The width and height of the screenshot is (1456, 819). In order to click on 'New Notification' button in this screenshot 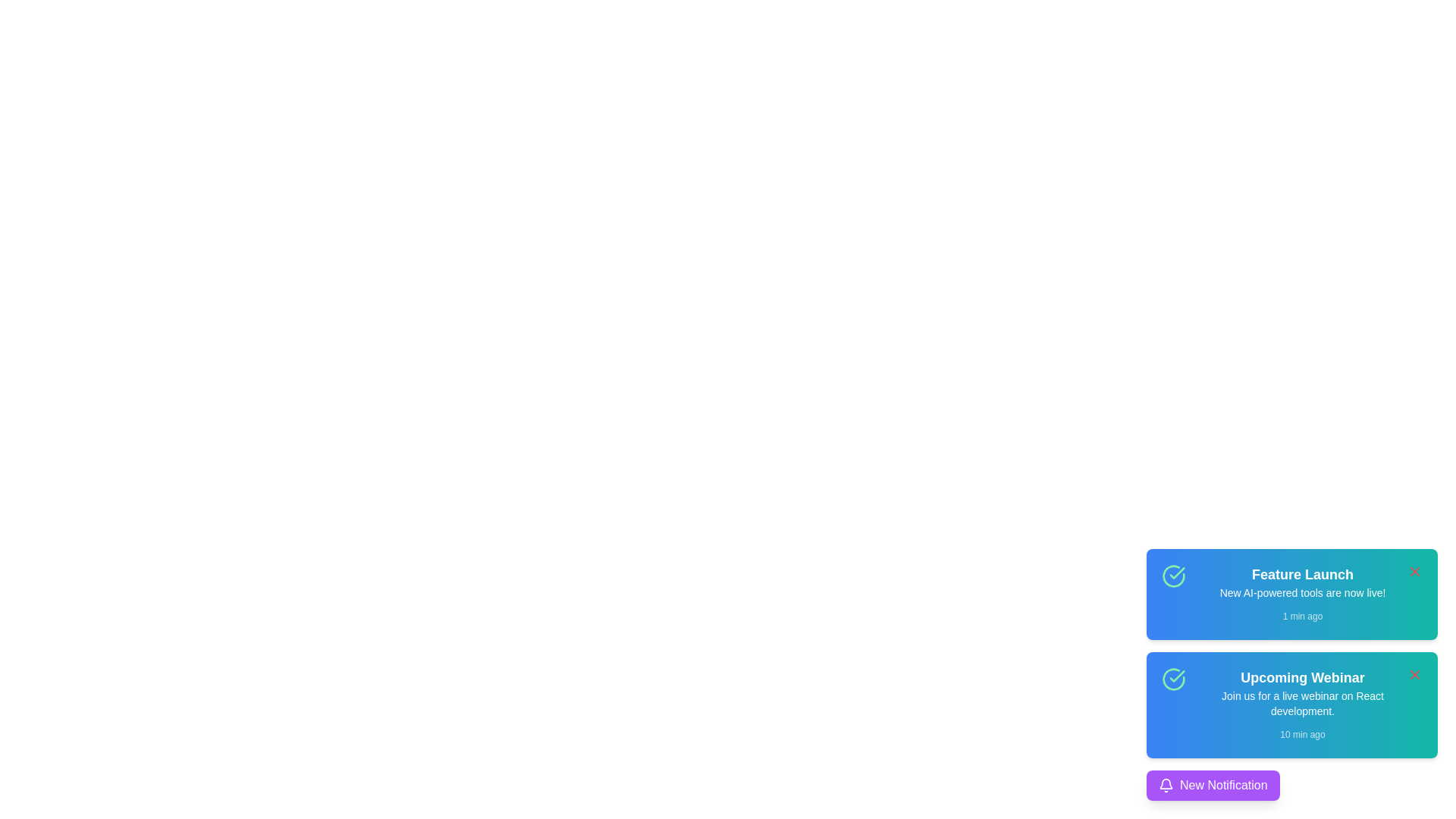, I will do `click(1212, 785)`.